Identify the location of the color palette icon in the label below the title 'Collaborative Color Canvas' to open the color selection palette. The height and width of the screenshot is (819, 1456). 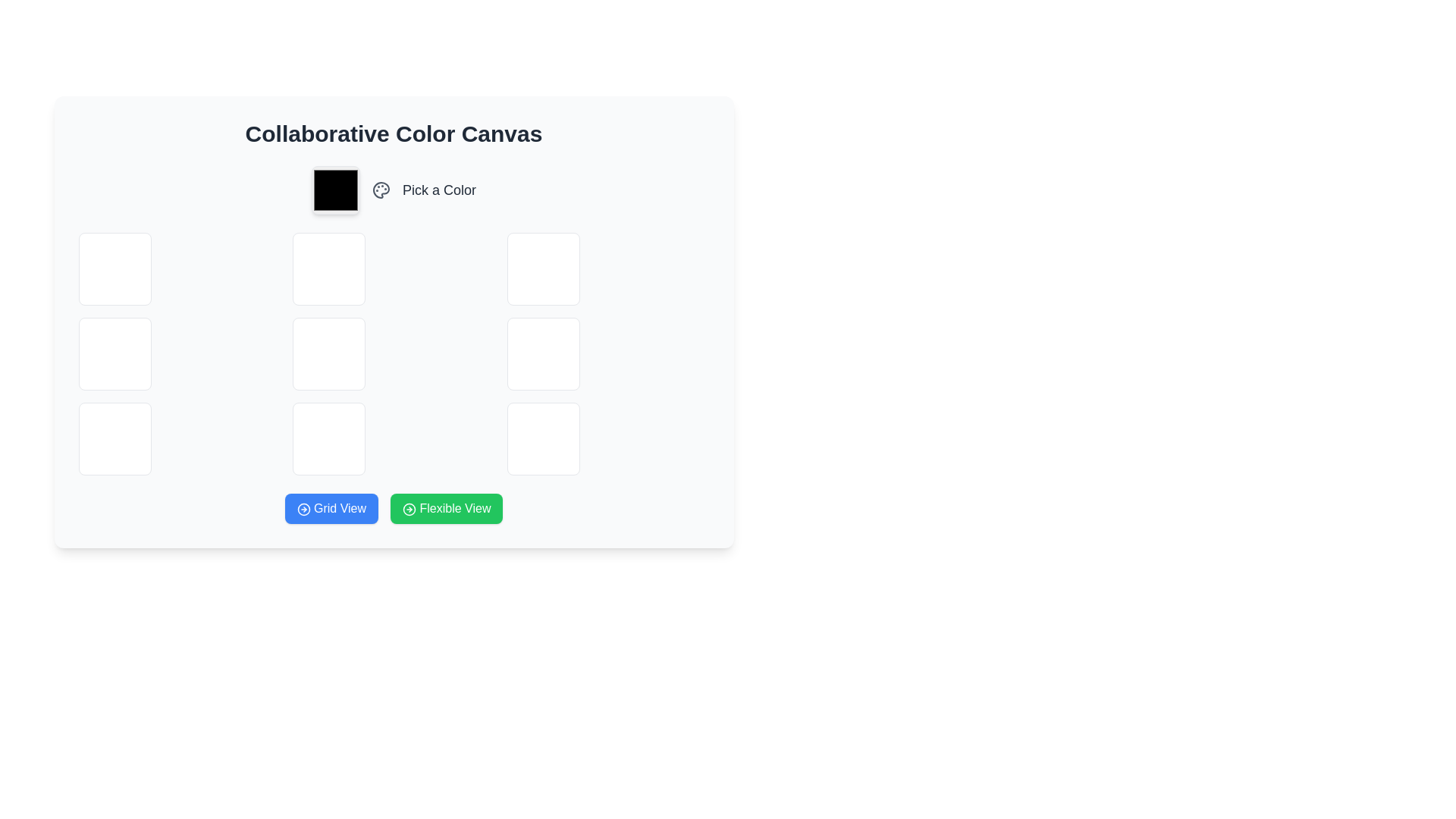
(394, 189).